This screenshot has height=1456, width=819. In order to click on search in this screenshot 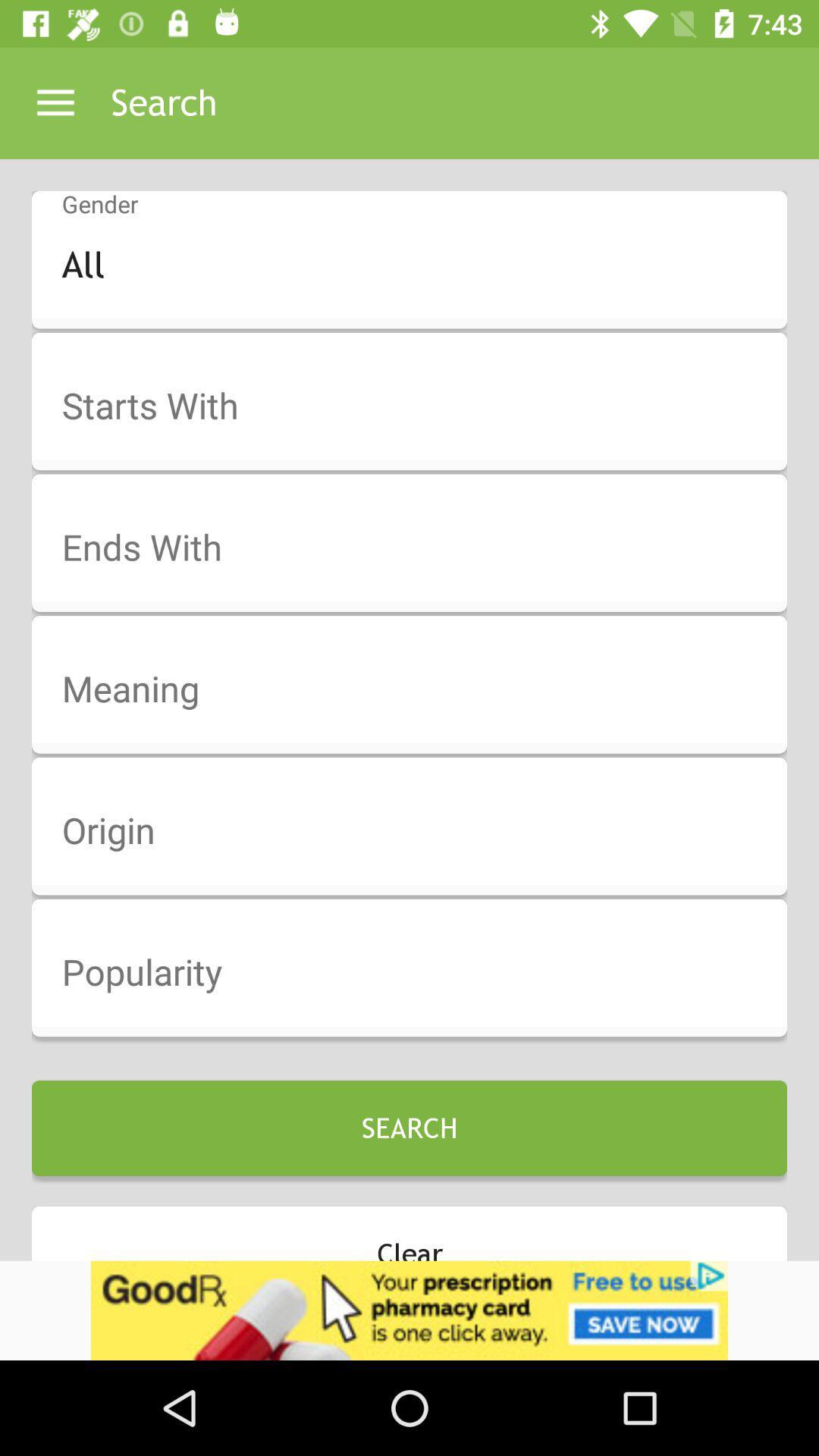, I will do `click(419, 406)`.